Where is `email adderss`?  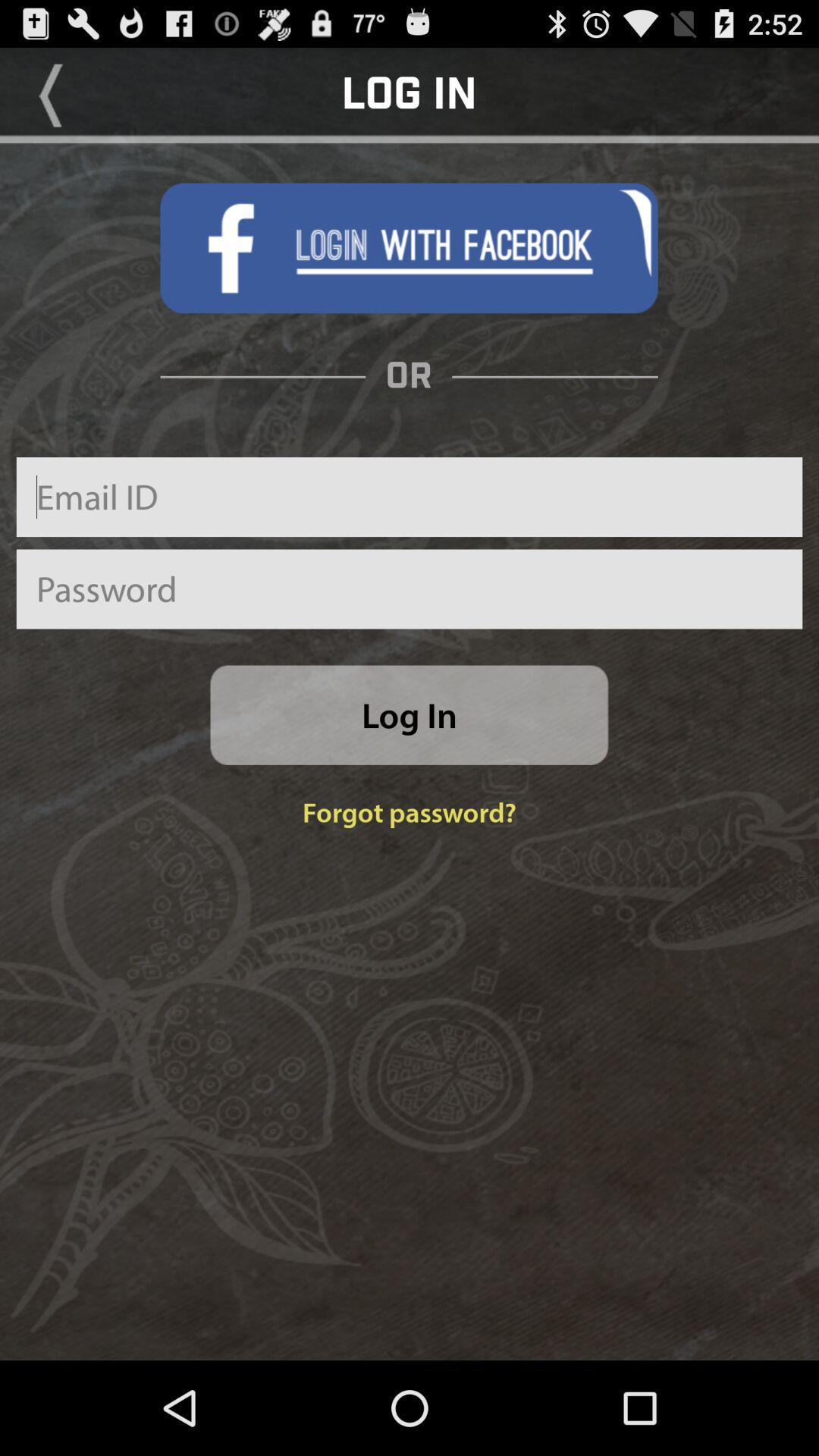 email adderss is located at coordinates (409, 497).